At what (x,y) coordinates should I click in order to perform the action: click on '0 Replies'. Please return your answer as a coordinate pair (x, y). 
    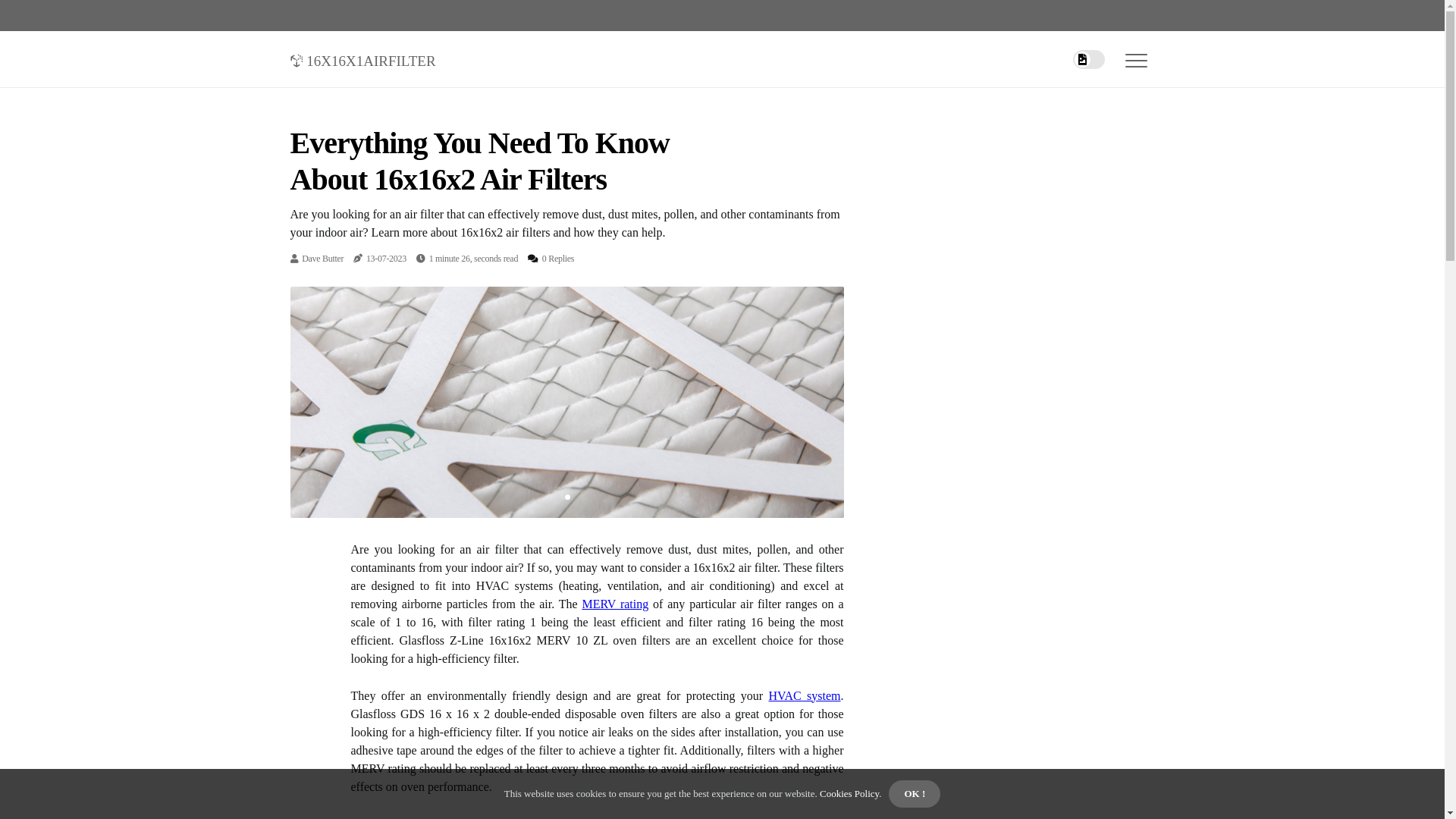
    Looking at the image, I should click on (557, 257).